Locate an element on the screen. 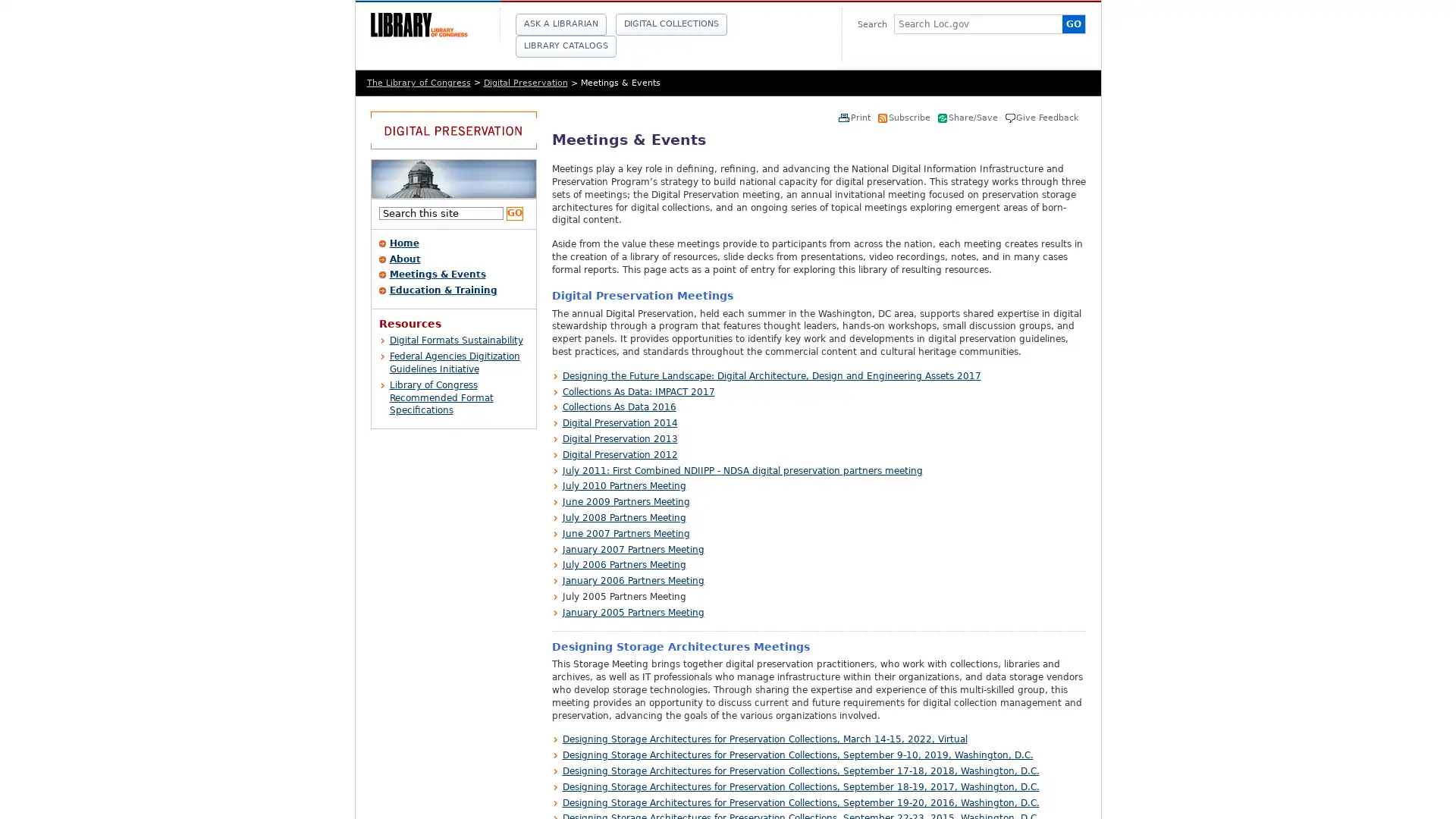  GO is located at coordinates (513, 213).